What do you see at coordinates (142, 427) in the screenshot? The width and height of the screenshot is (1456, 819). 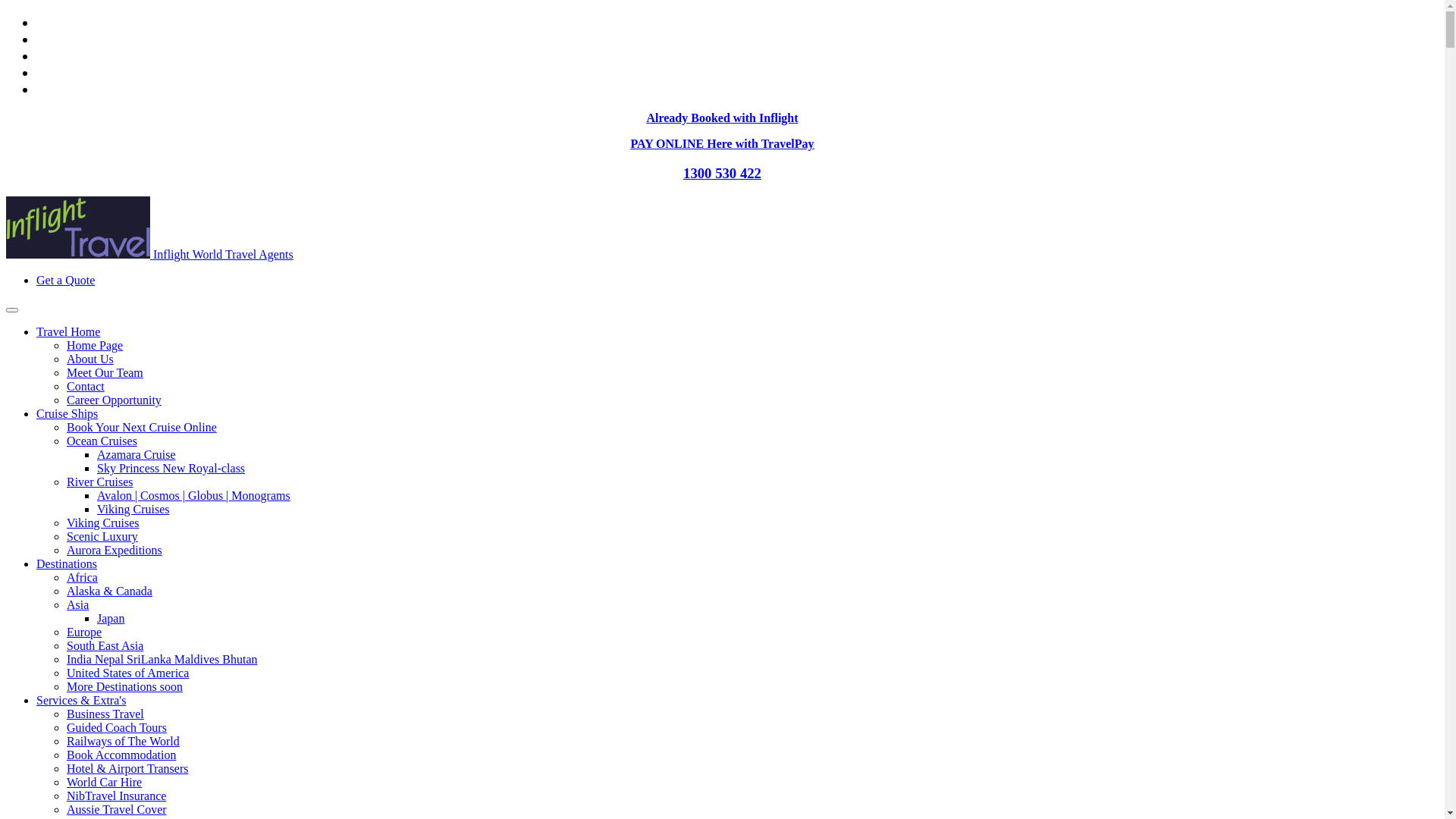 I see `'Book Your Next Cruise Online'` at bounding box center [142, 427].